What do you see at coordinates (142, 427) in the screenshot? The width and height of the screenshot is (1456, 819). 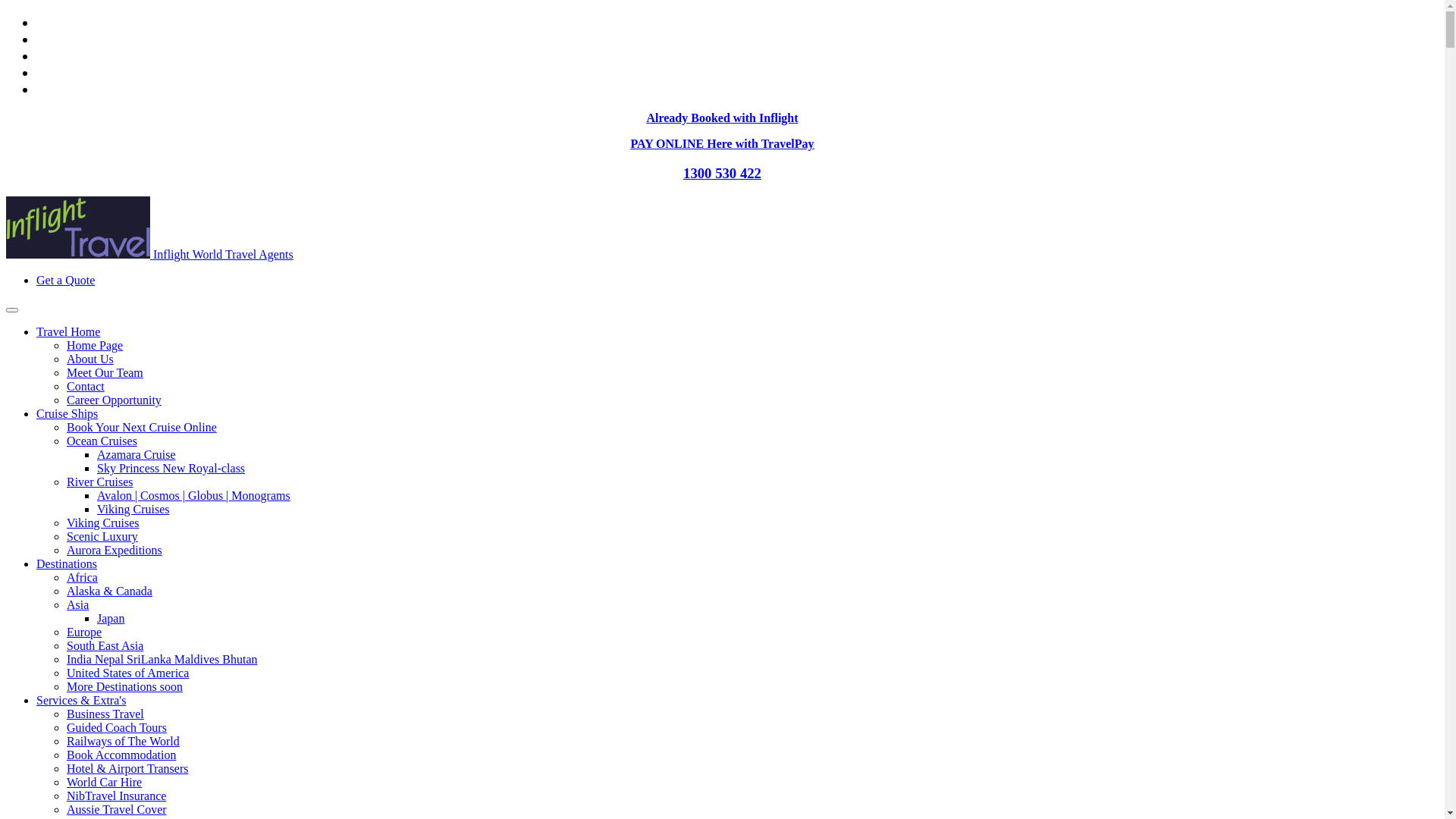 I see `'Book Your Next Cruise Online'` at bounding box center [142, 427].